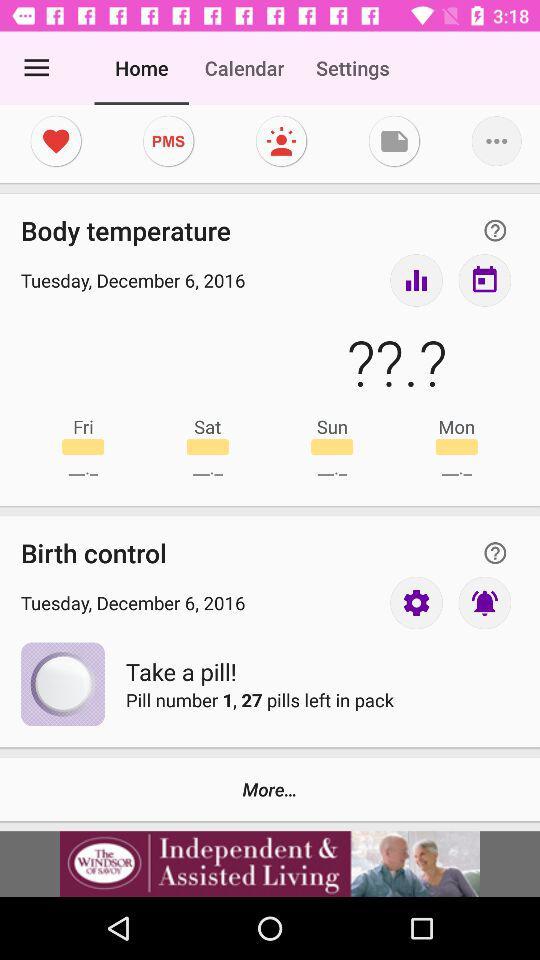 The height and width of the screenshot is (960, 540). Describe the element at coordinates (56, 140) in the screenshot. I see `favorite` at that location.